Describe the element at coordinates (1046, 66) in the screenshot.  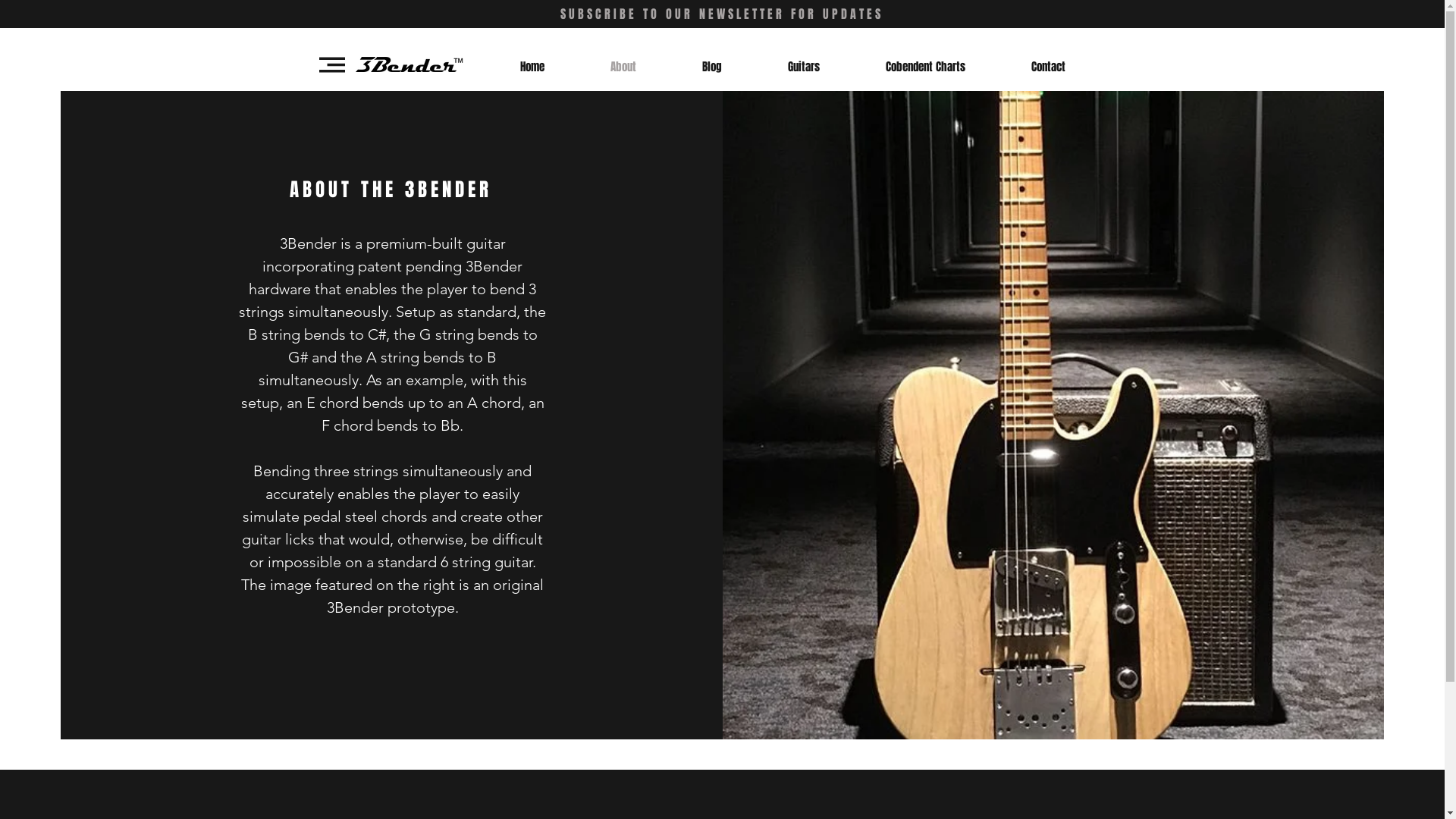
I see `'Contact'` at that location.